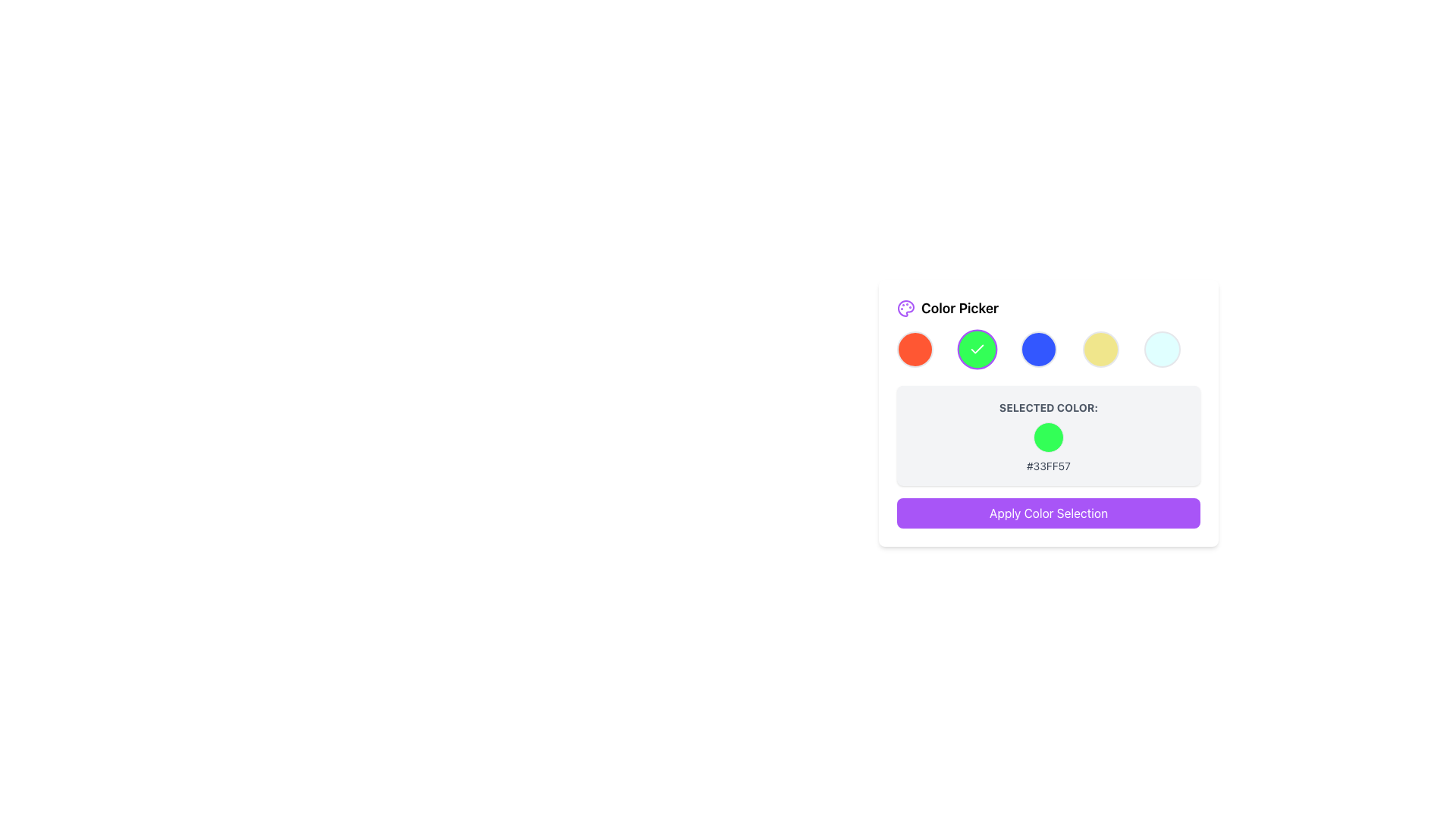 This screenshot has height=819, width=1456. What do you see at coordinates (1047, 435) in the screenshot?
I see `the Informative display section that shows 'Selected Color:' and the hex code '#33FF57', which is centrally located below the color options and above the 'Apply Color Selection' button` at bounding box center [1047, 435].